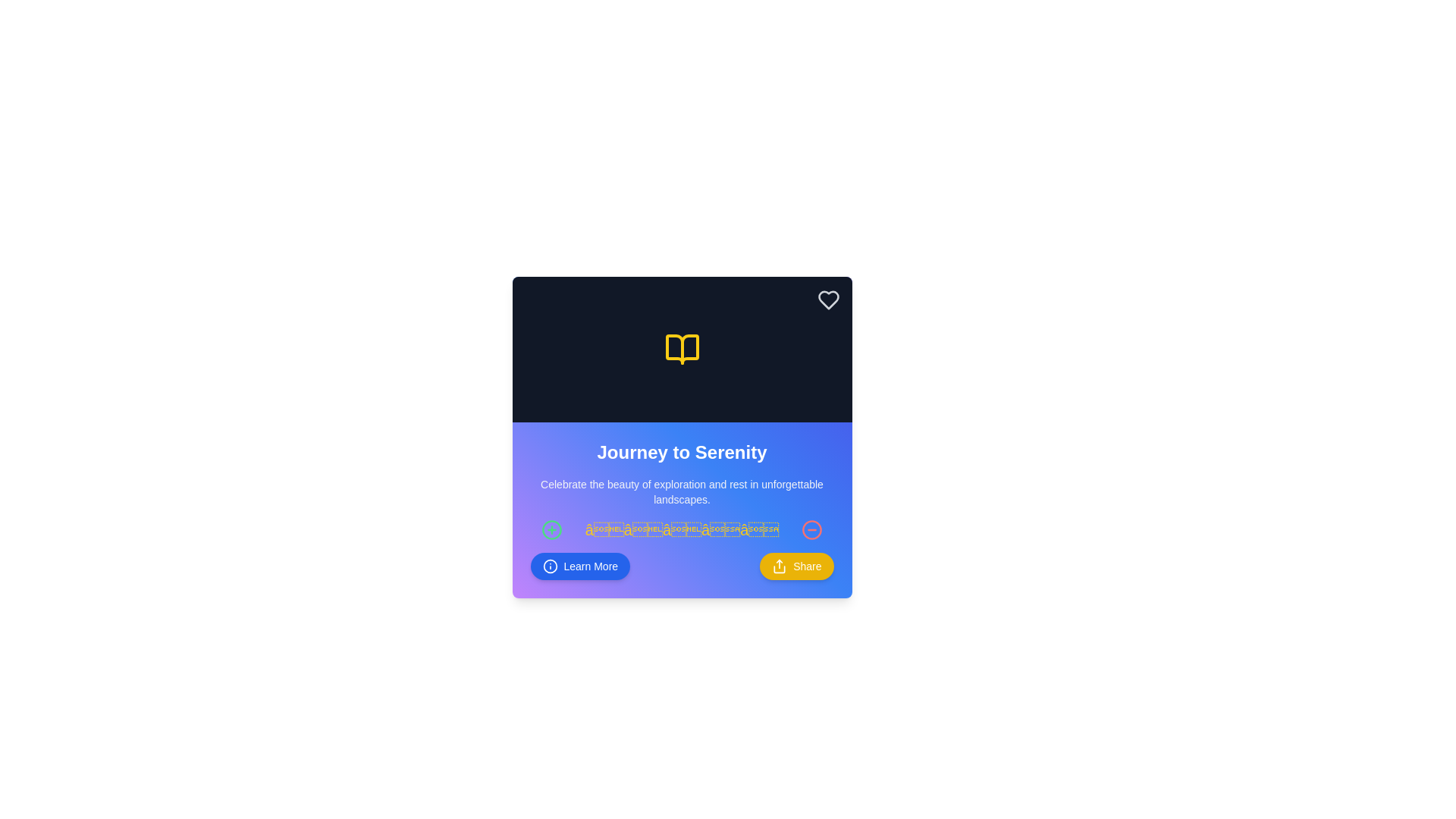  What do you see at coordinates (551, 529) in the screenshot?
I see `the left circular graphical component in an interactive icon group at the bottom left of the card layout` at bounding box center [551, 529].